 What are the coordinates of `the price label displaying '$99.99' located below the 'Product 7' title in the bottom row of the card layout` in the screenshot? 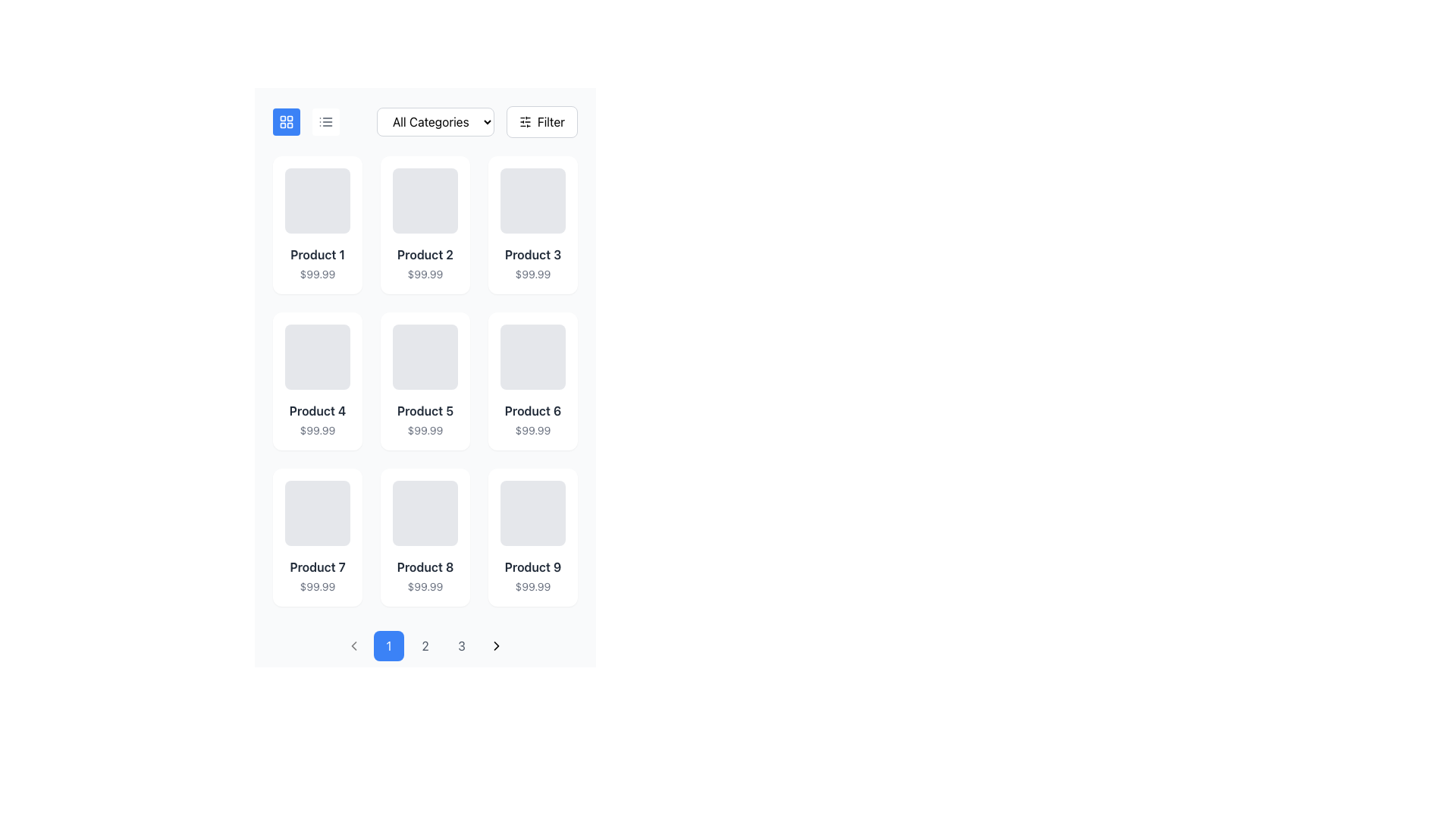 It's located at (316, 586).